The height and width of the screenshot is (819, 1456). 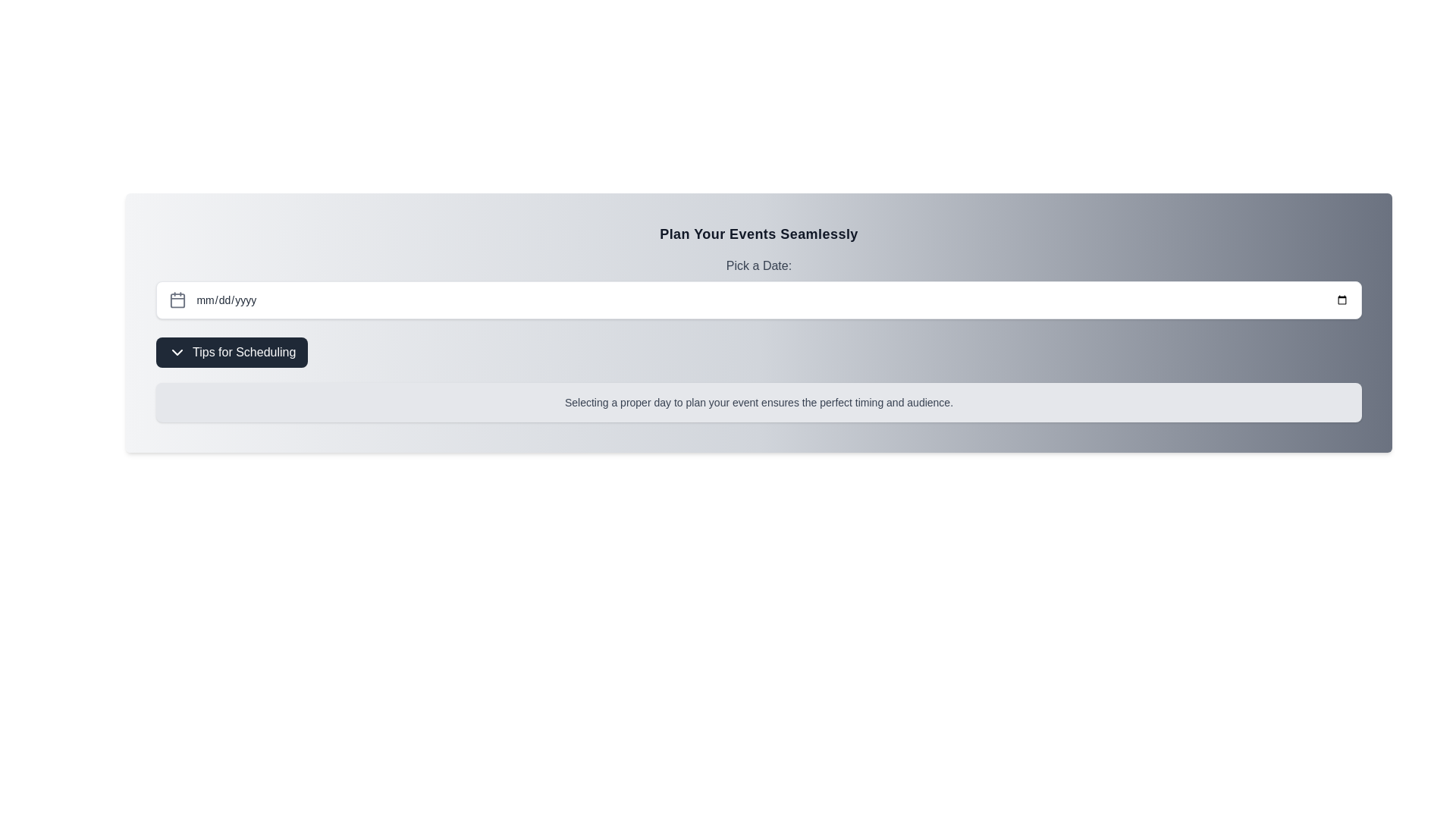 I want to click on the toggle button located below the 'Pick a Date:' section, so click(x=231, y=353).